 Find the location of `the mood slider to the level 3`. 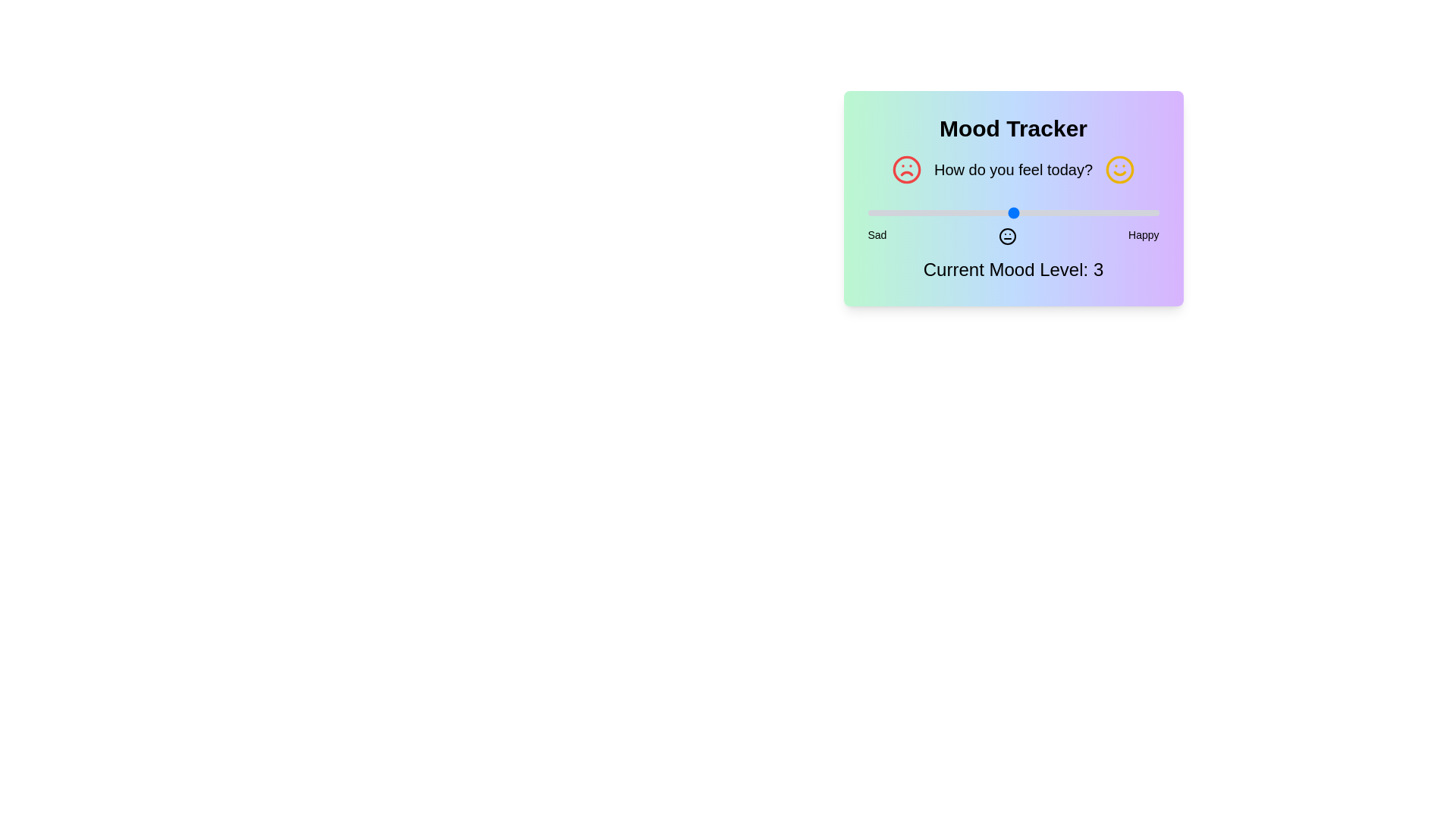

the mood slider to the level 3 is located at coordinates (1013, 213).